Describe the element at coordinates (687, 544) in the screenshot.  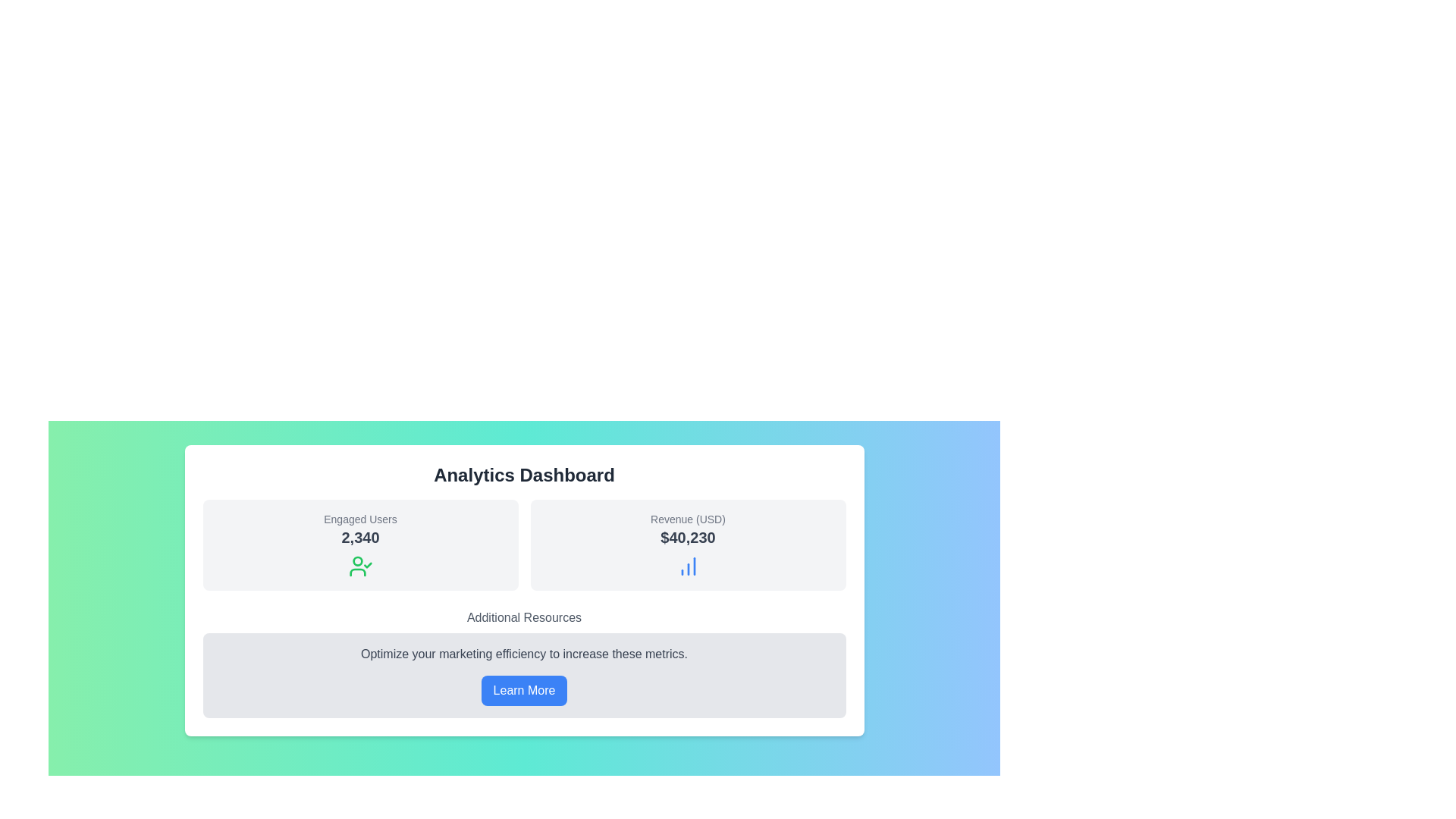
I see `the Informational card that visually represents revenue data, located to the right of the 'Engaged Users' card in the Analytics Dashboard` at that location.